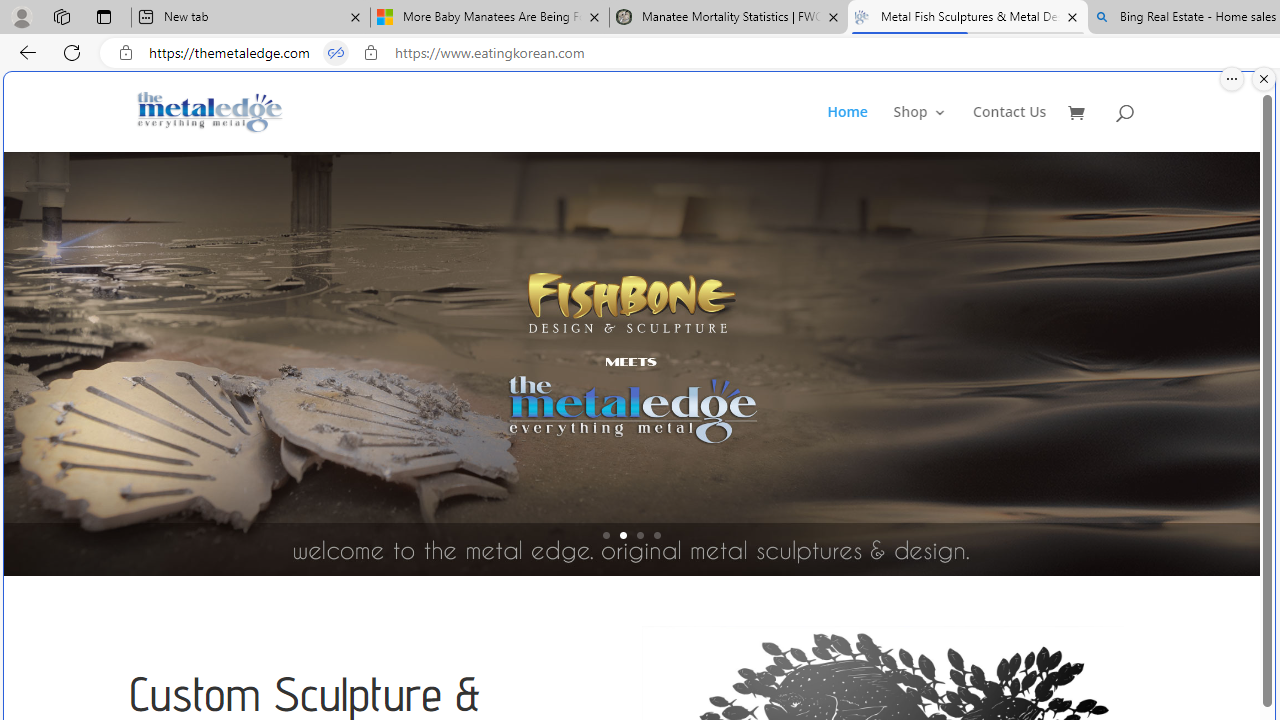 This screenshot has width=1280, height=720. I want to click on '3', so click(640, 534).